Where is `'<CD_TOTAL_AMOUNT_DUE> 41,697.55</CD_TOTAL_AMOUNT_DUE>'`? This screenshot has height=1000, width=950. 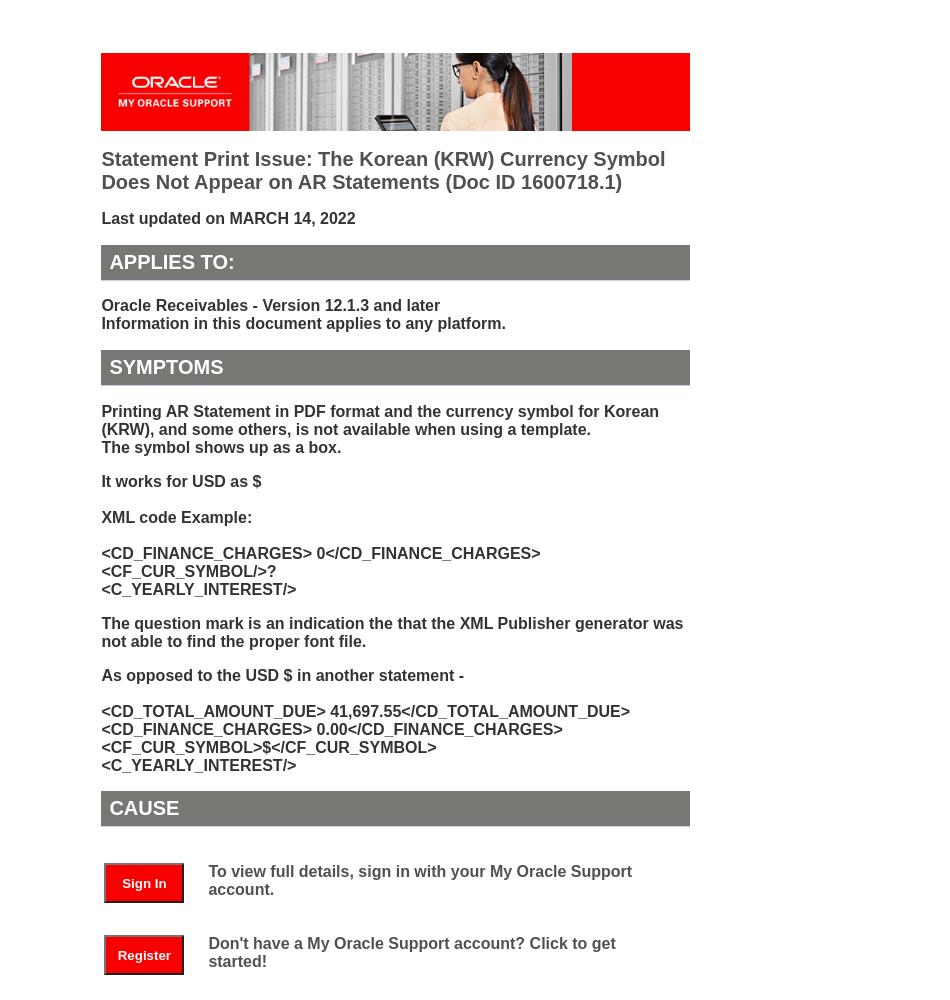 '<CD_TOTAL_AMOUNT_DUE> 41,697.55</CD_TOTAL_AMOUNT_DUE>' is located at coordinates (364, 709).